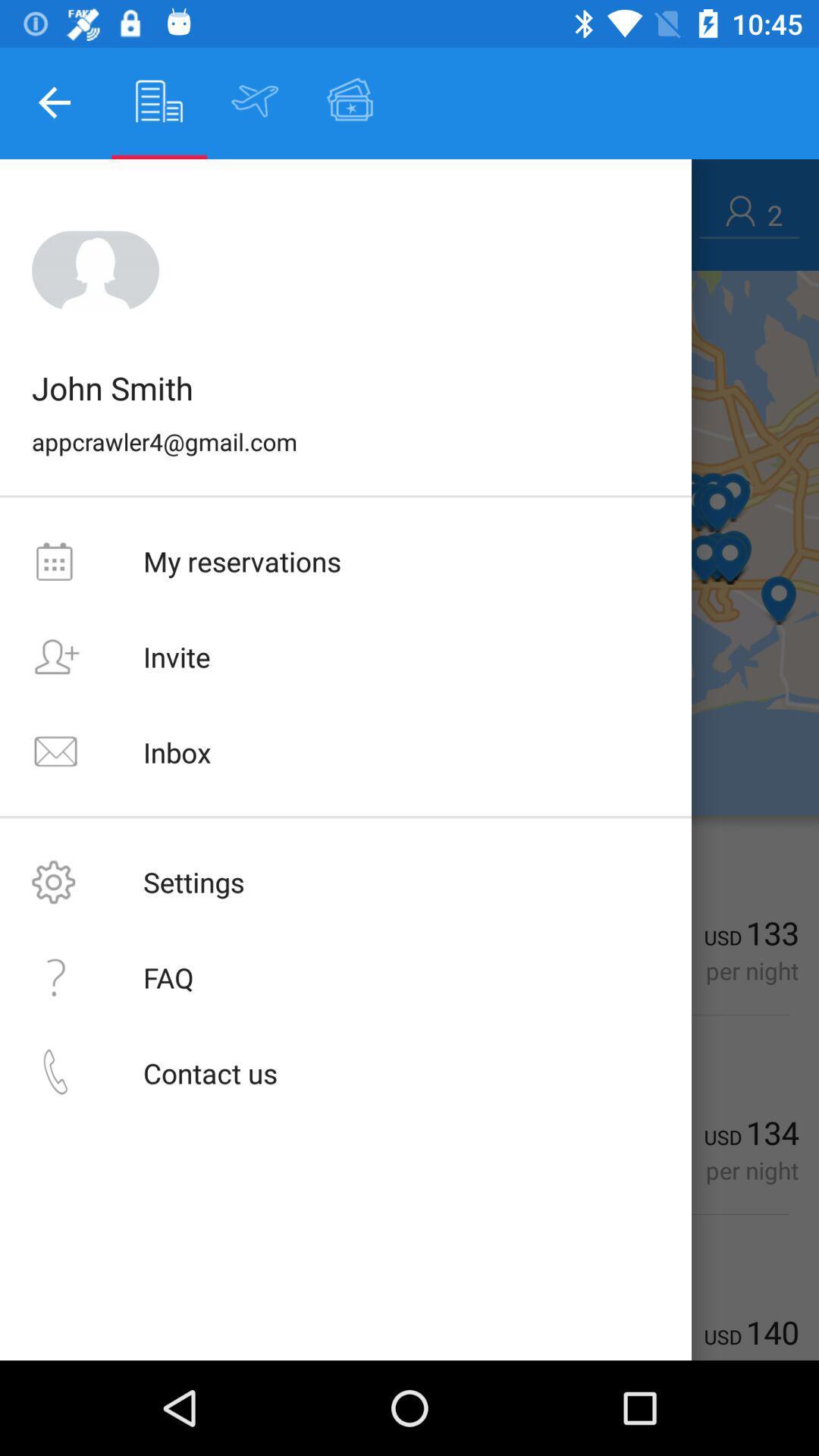 The height and width of the screenshot is (1456, 819). What do you see at coordinates (350, 100) in the screenshot?
I see `the fourth button on the top of the page` at bounding box center [350, 100].